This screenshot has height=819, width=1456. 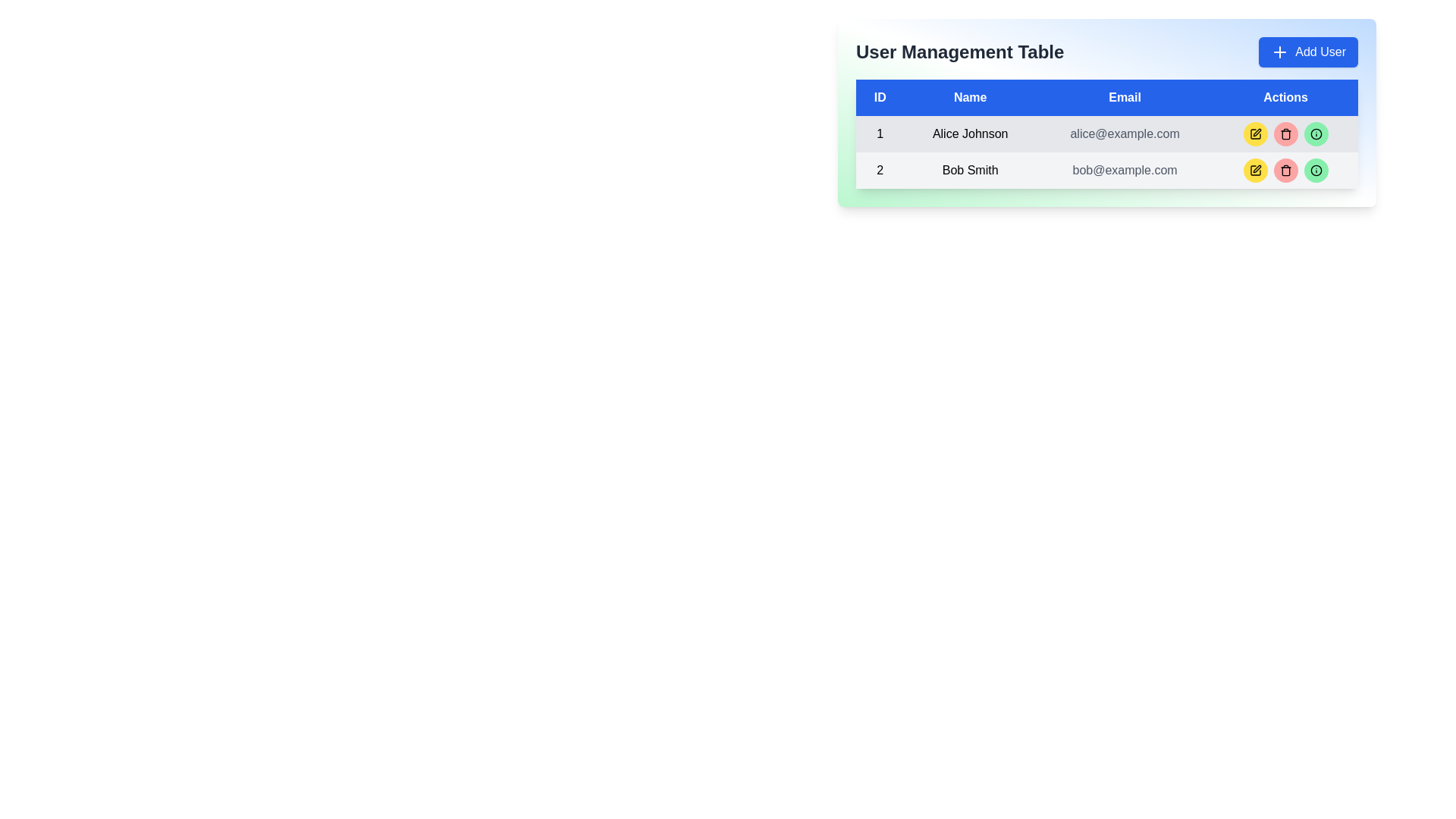 What do you see at coordinates (1125, 133) in the screenshot?
I see `the email address text label located in the third column of the first row of the user management table, under the 'Email' header` at bounding box center [1125, 133].